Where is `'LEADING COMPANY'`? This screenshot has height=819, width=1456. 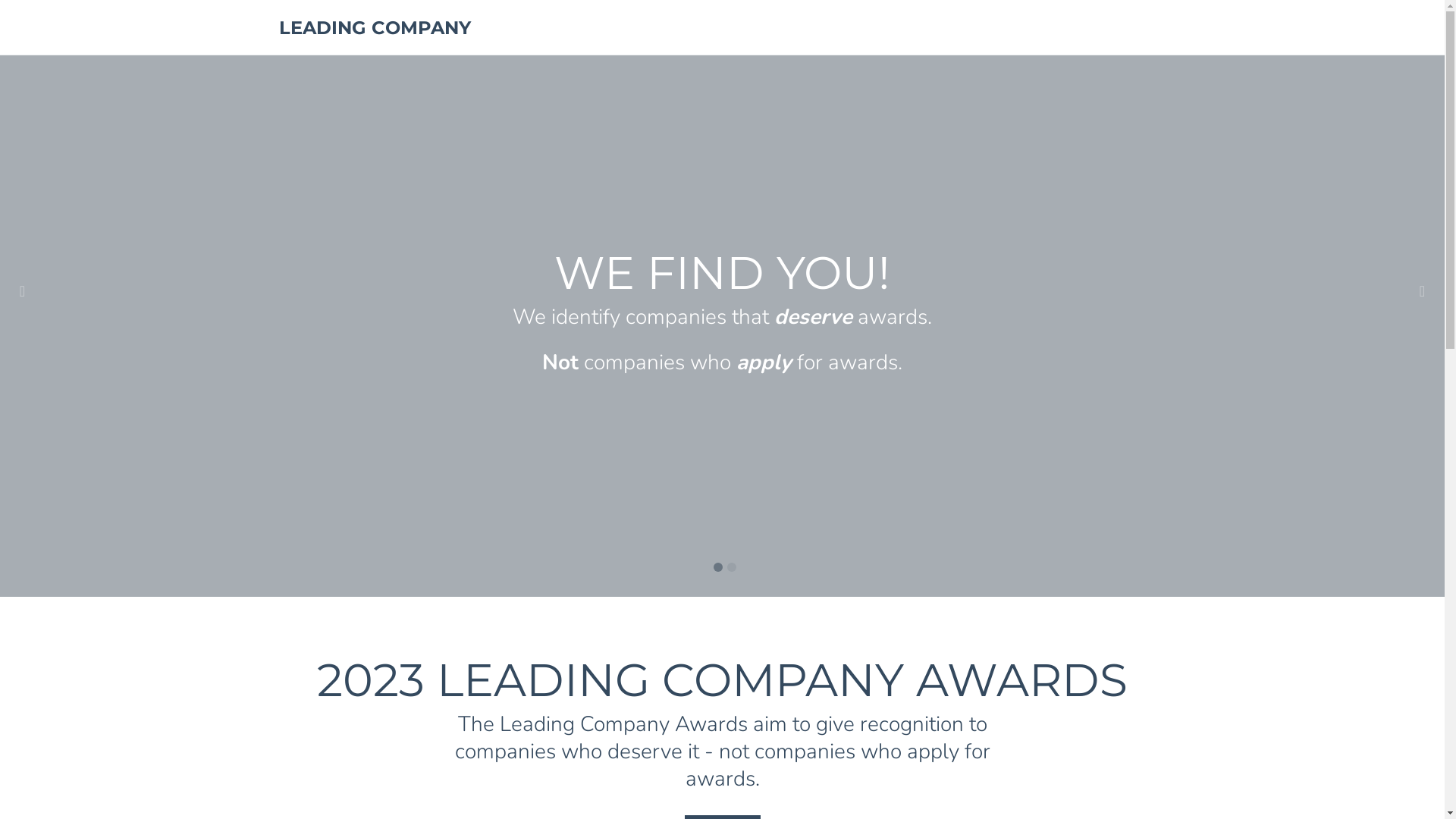 'LEADING COMPANY' is located at coordinates (279, 27).